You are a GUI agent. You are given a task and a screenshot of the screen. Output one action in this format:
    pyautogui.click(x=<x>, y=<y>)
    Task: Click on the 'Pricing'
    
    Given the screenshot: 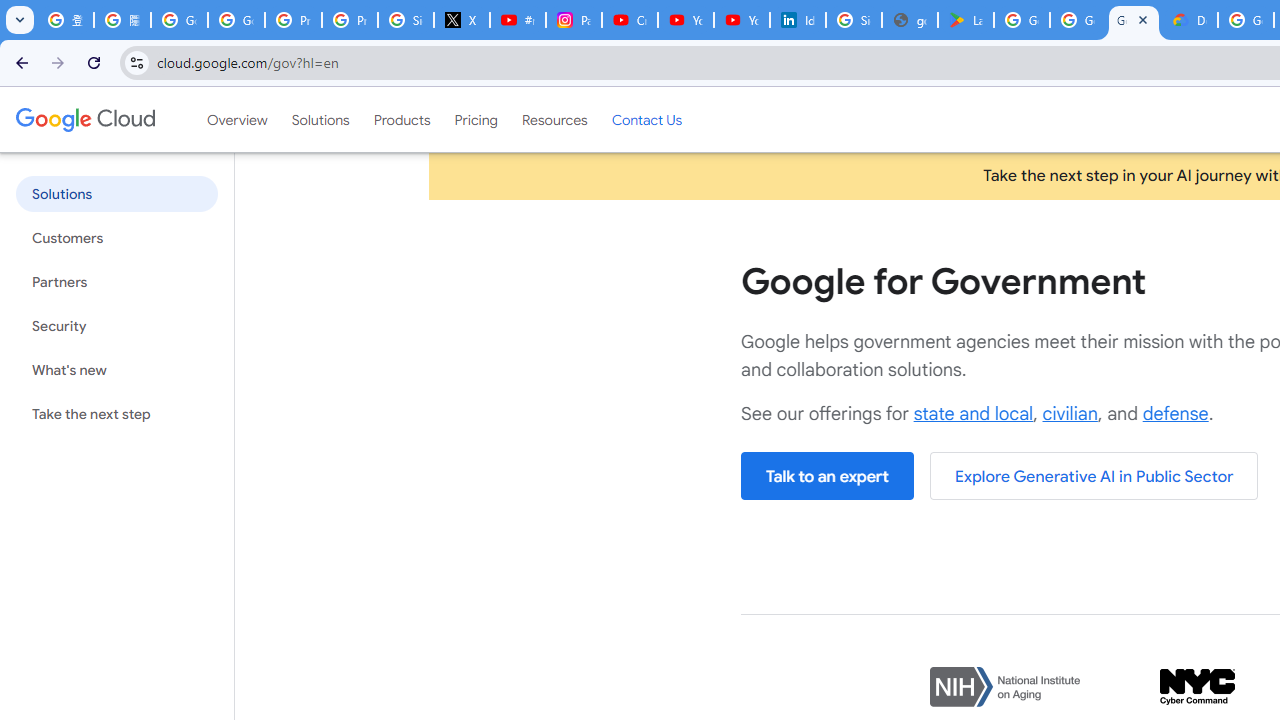 What is the action you would take?
    pyautogui.click(x=475, y=119)
    